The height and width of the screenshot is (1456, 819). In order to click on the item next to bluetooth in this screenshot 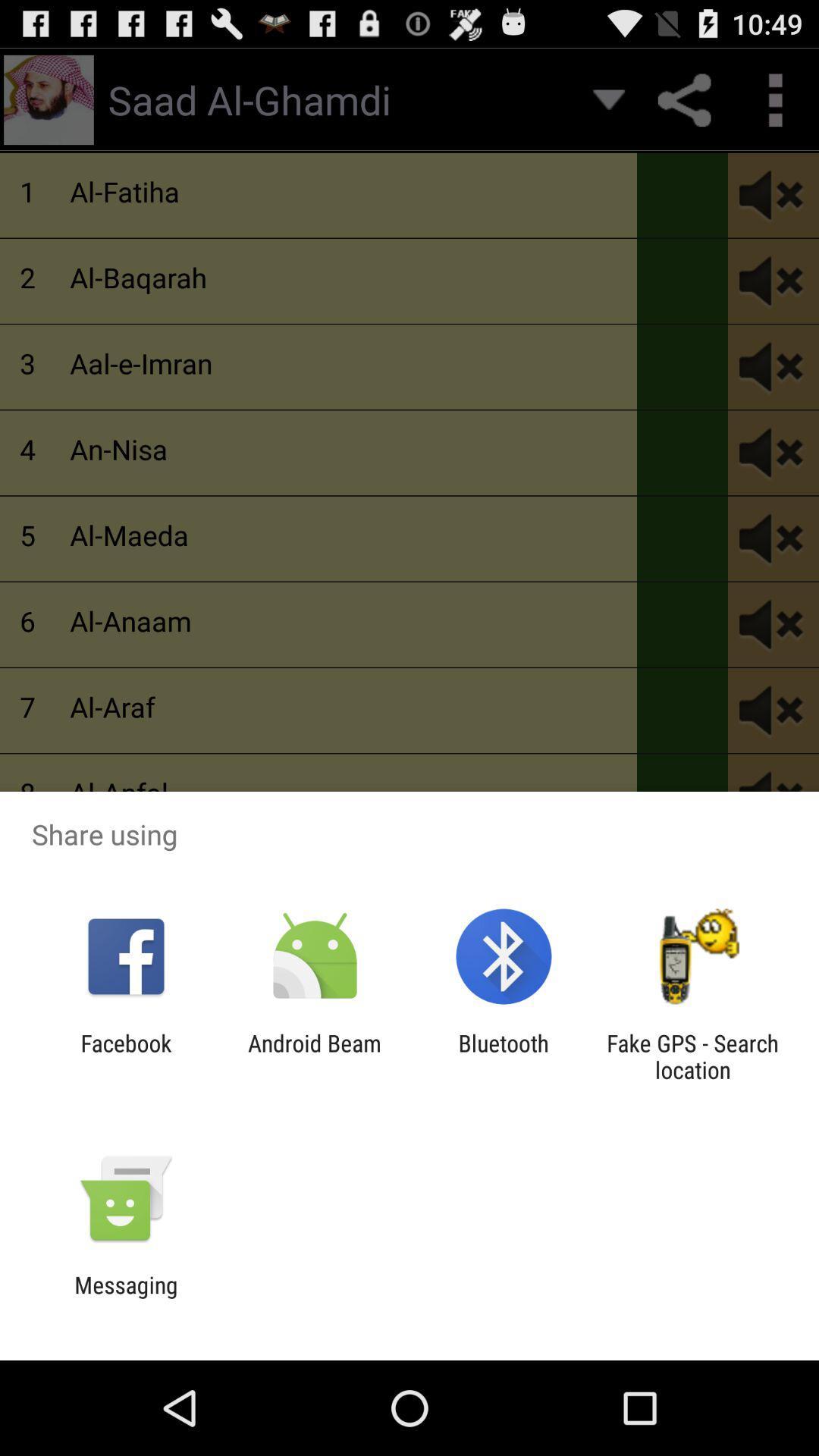, I will do `click(692, 1056)`.